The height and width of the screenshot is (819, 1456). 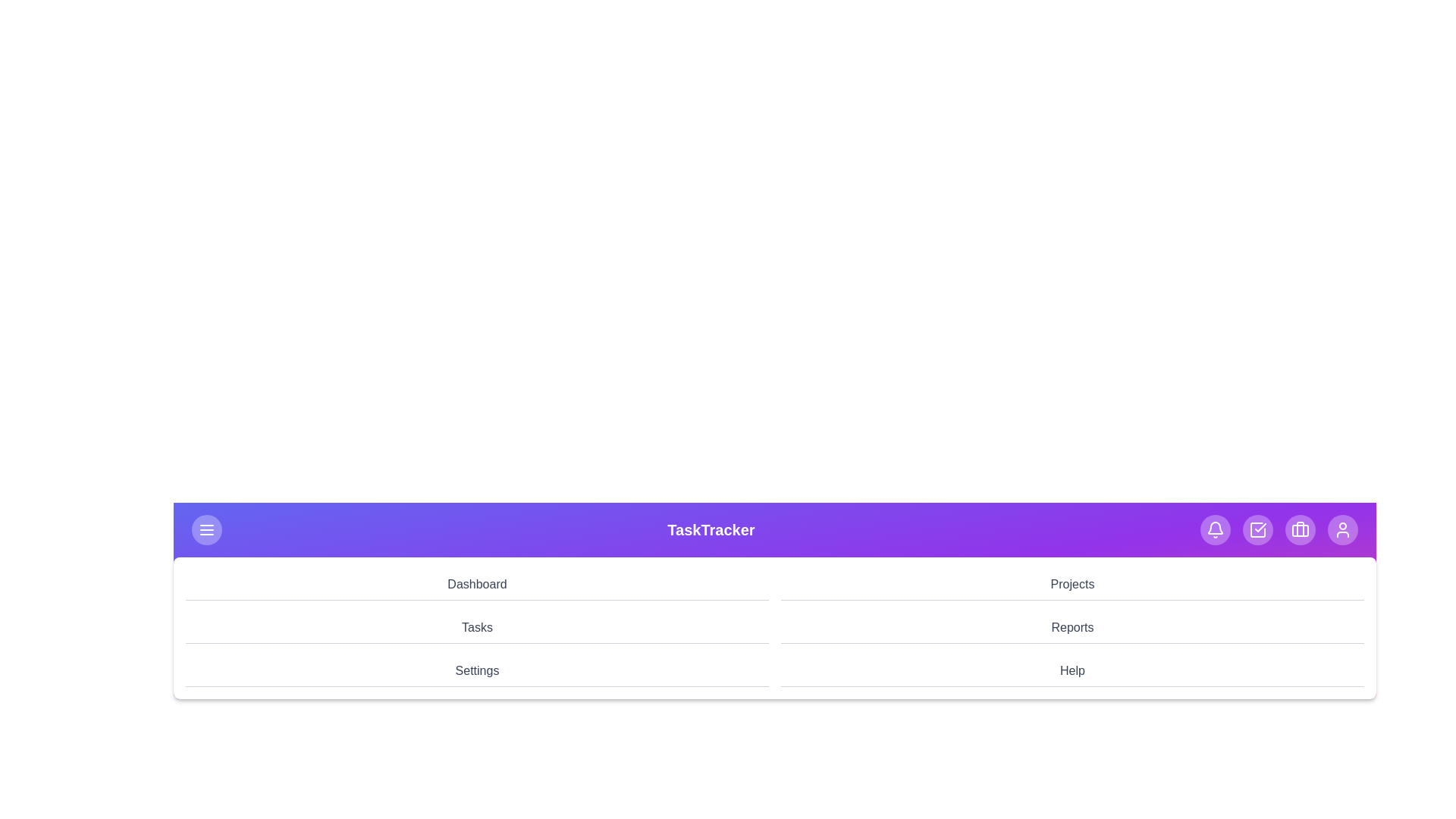 I want to click on the user icon in the app bar, so click(x=1343, y=529).